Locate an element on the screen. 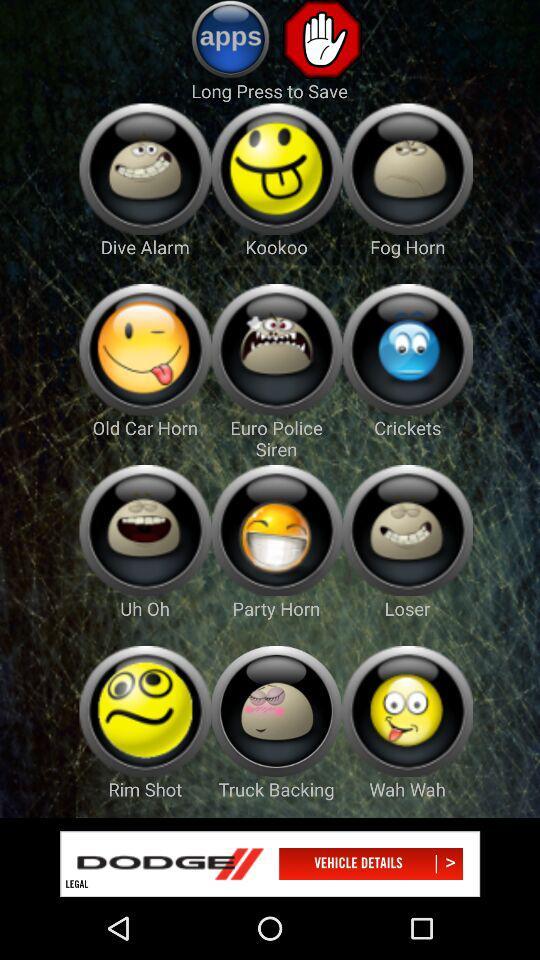 Image resolution: width=540 pixels, height=960 pixels. an option is located at coordinates (406, 168).